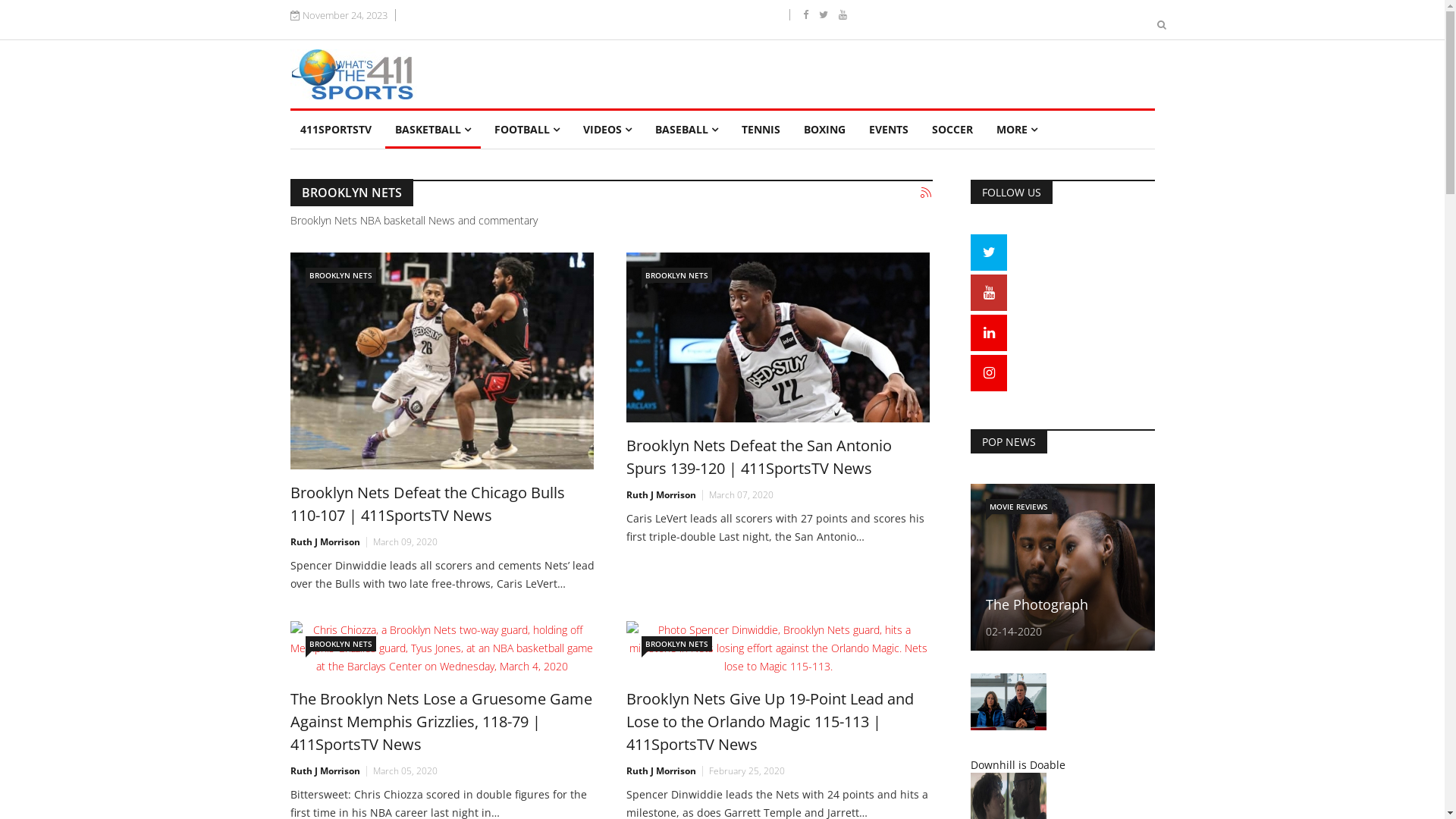 This screenshot has width=1456, height=819. I want to click on 'TENNIS', so click(760, 128).